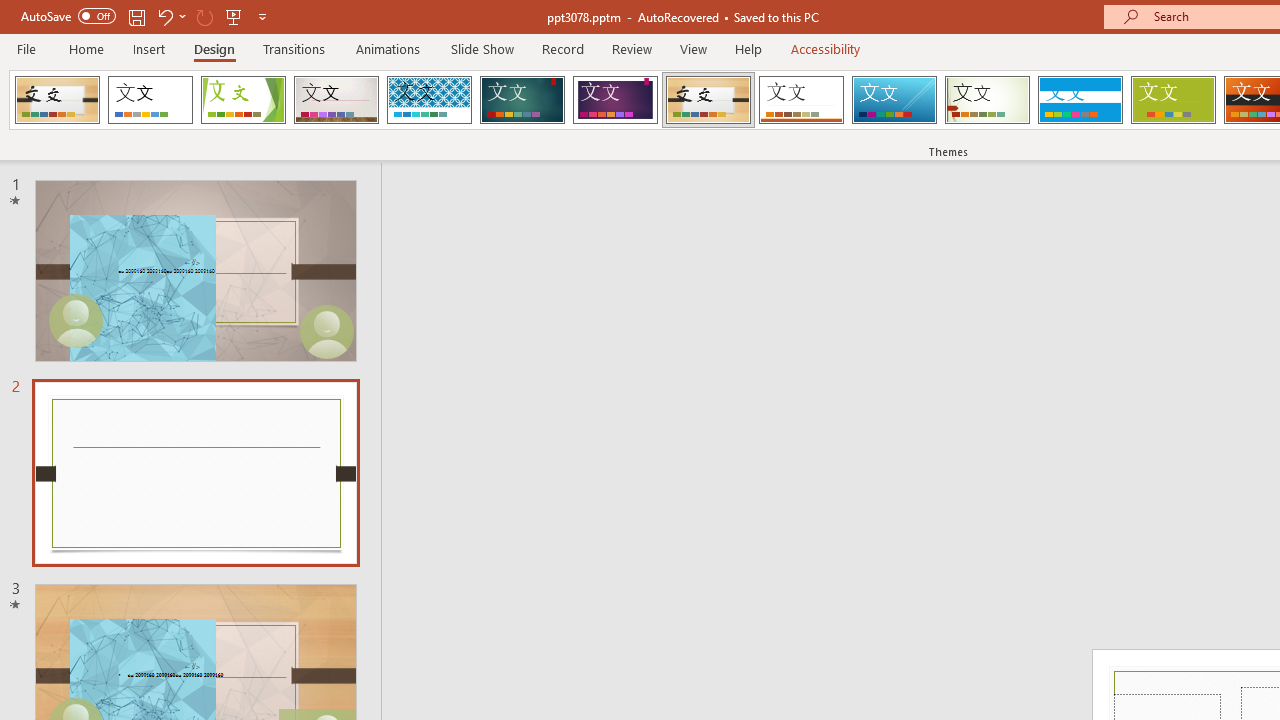 The width and height of the screenshot is (1280, 720). Describe the element at coordinates (336, 100) in the screenshot. I see `'Gallery'` at that location.